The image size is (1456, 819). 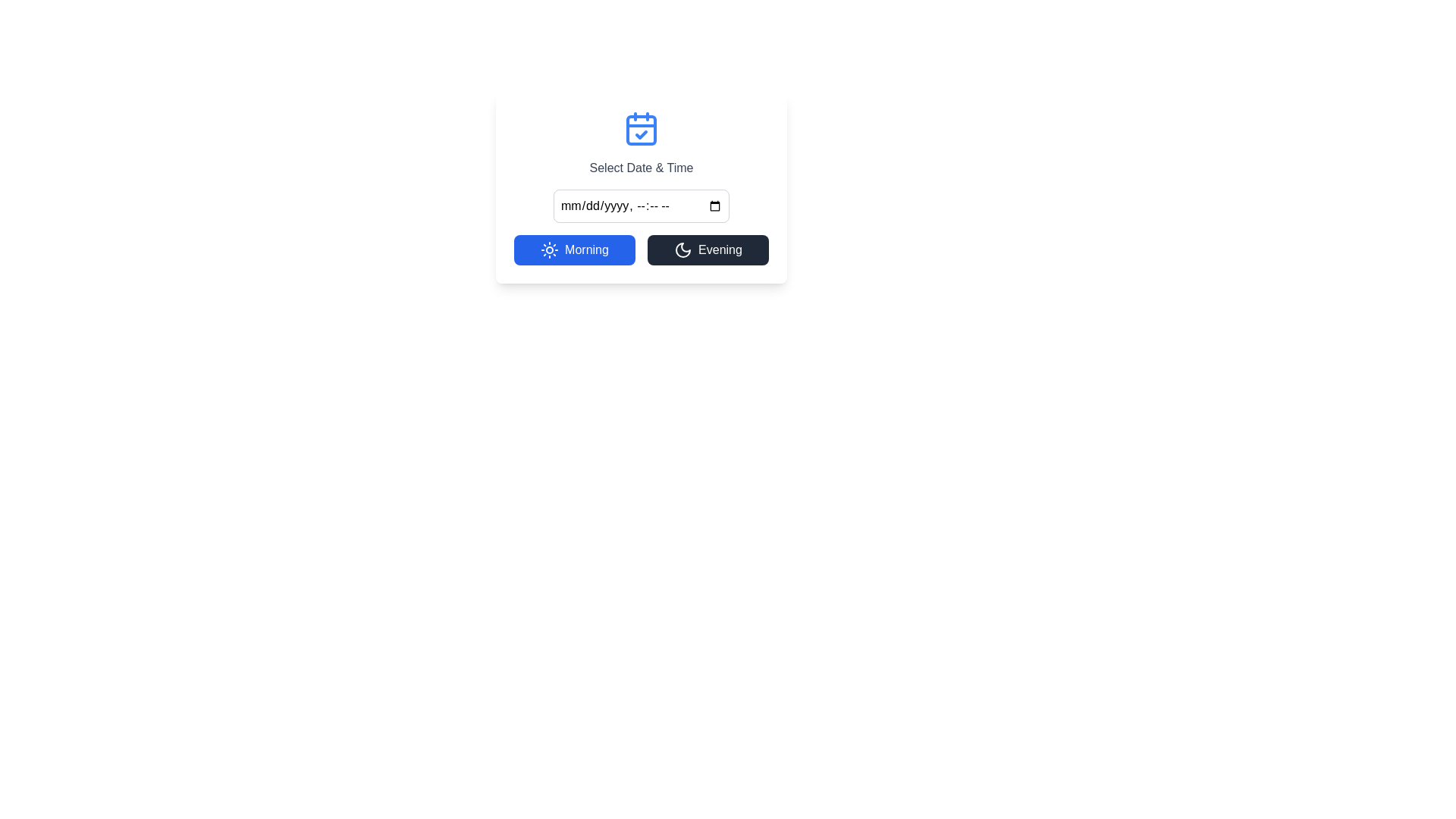 I want to click on the 'Evening' button, which is located to the right of the 'Morning' button and serves as a toggle for the evening time slot, so click(x=708, y=249).